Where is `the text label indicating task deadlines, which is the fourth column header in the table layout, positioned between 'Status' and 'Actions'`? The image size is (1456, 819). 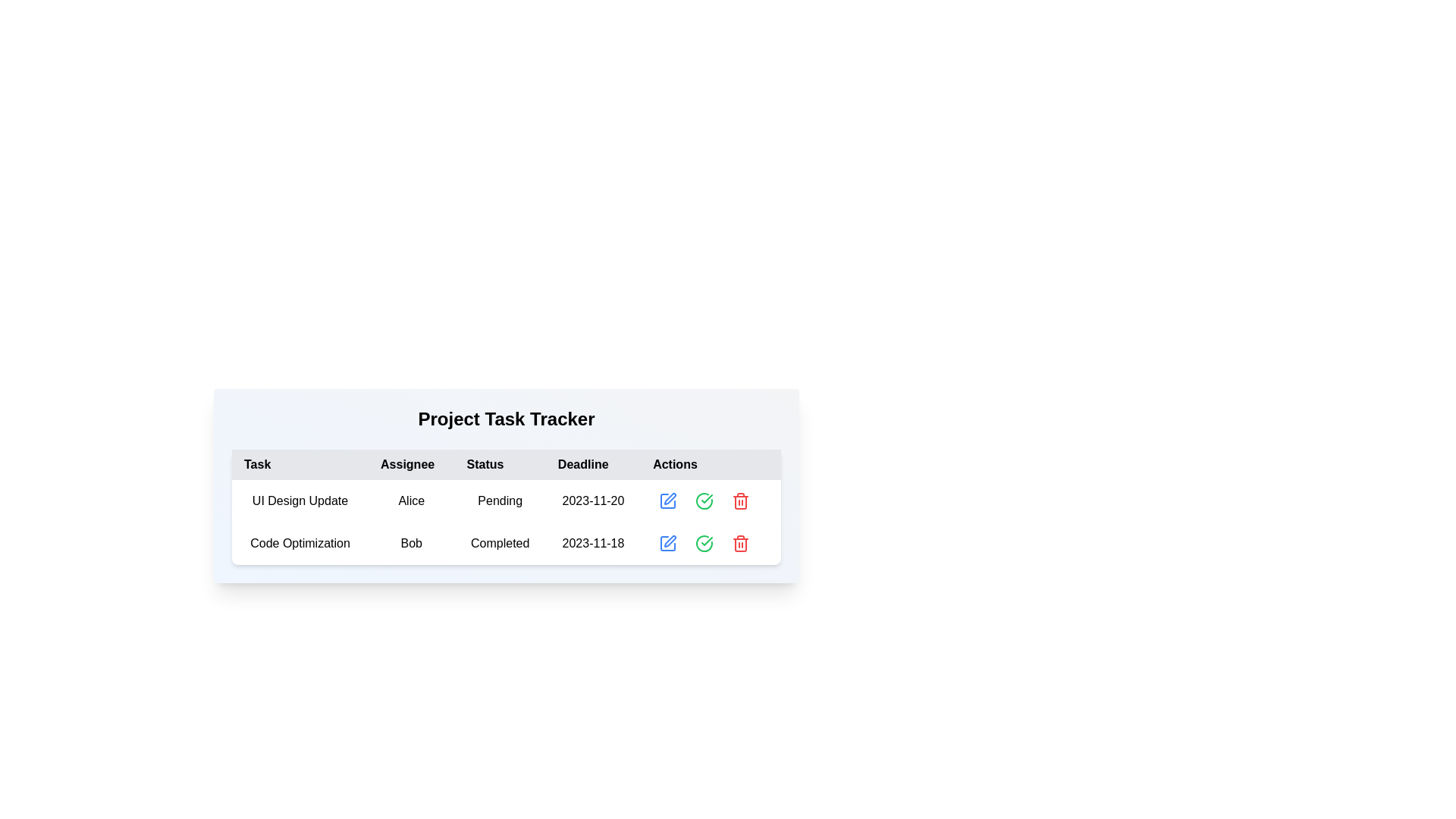 the text label indicating task deadlines, which is the fourth column header in the table layout, positioned between 'Status' and 'Actions' is located at coordinates (592, 464).